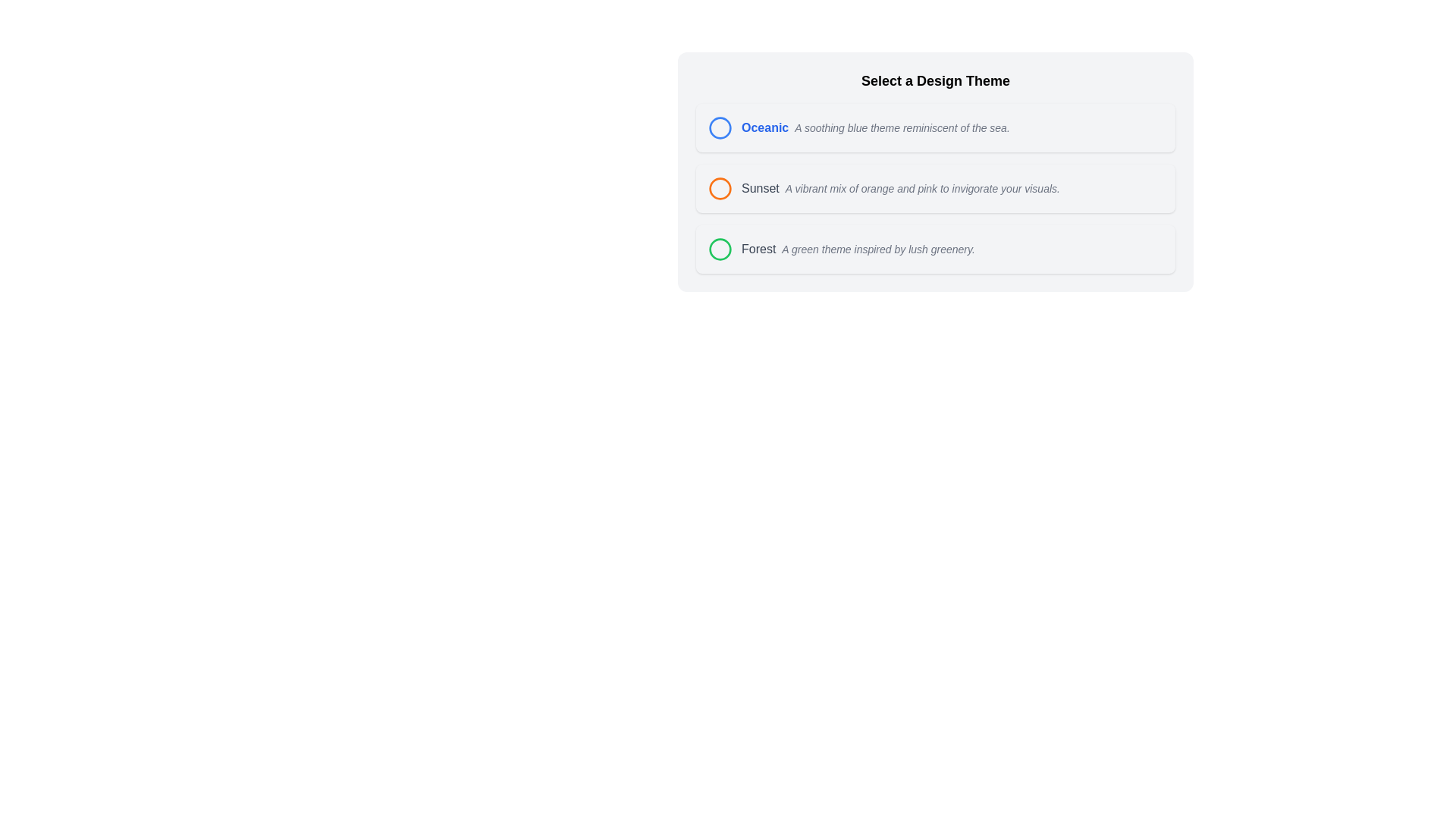 The image size is (1456, 819). I want to click on the descriptive text label associated with the 'Forest' theme option, which is positioned immediately to the right of the 'Forest' label and underneath a green circular icon, so click(878, 248).